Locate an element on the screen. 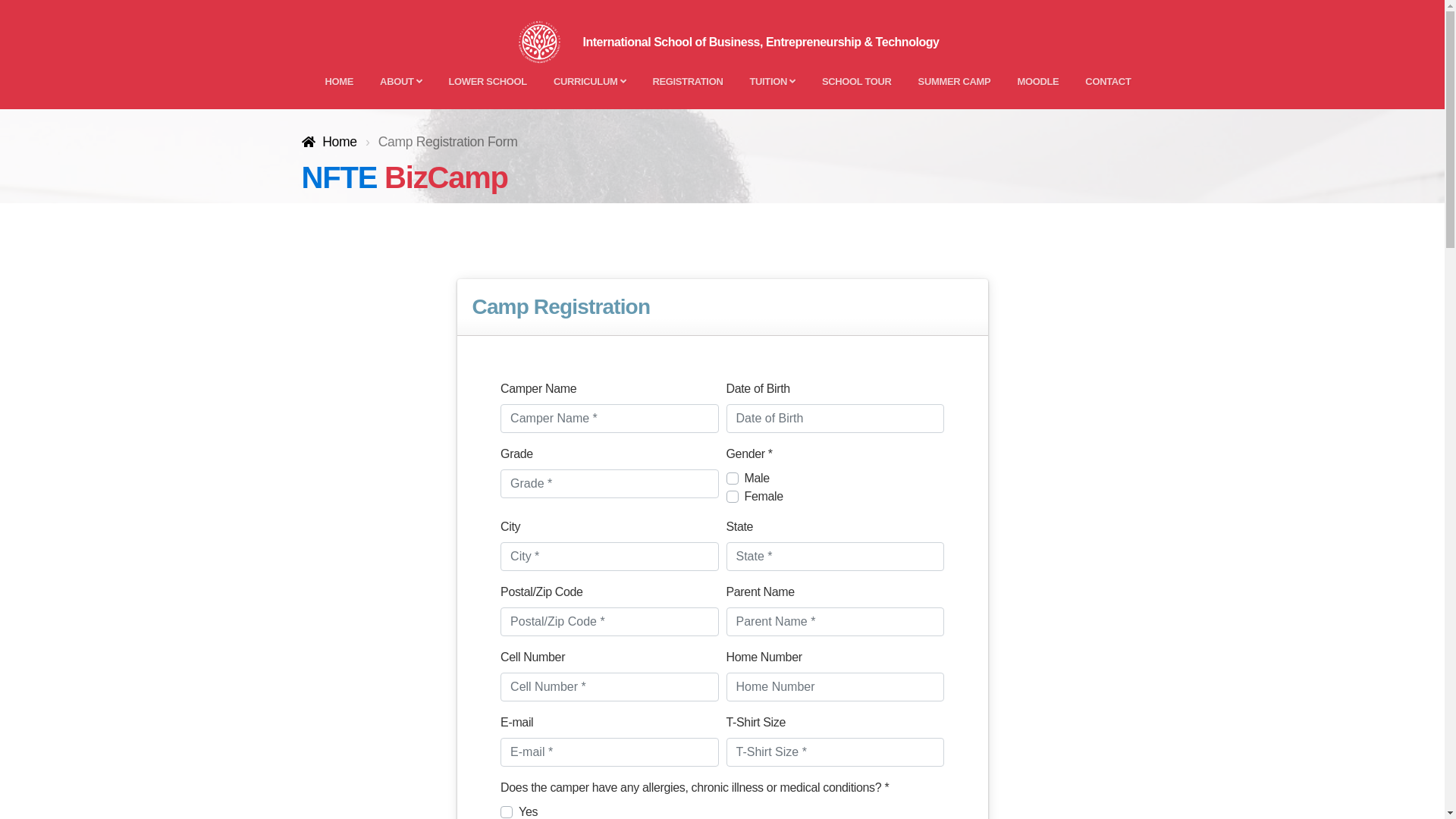  'TUITION' is located at coordinates (771, 81).